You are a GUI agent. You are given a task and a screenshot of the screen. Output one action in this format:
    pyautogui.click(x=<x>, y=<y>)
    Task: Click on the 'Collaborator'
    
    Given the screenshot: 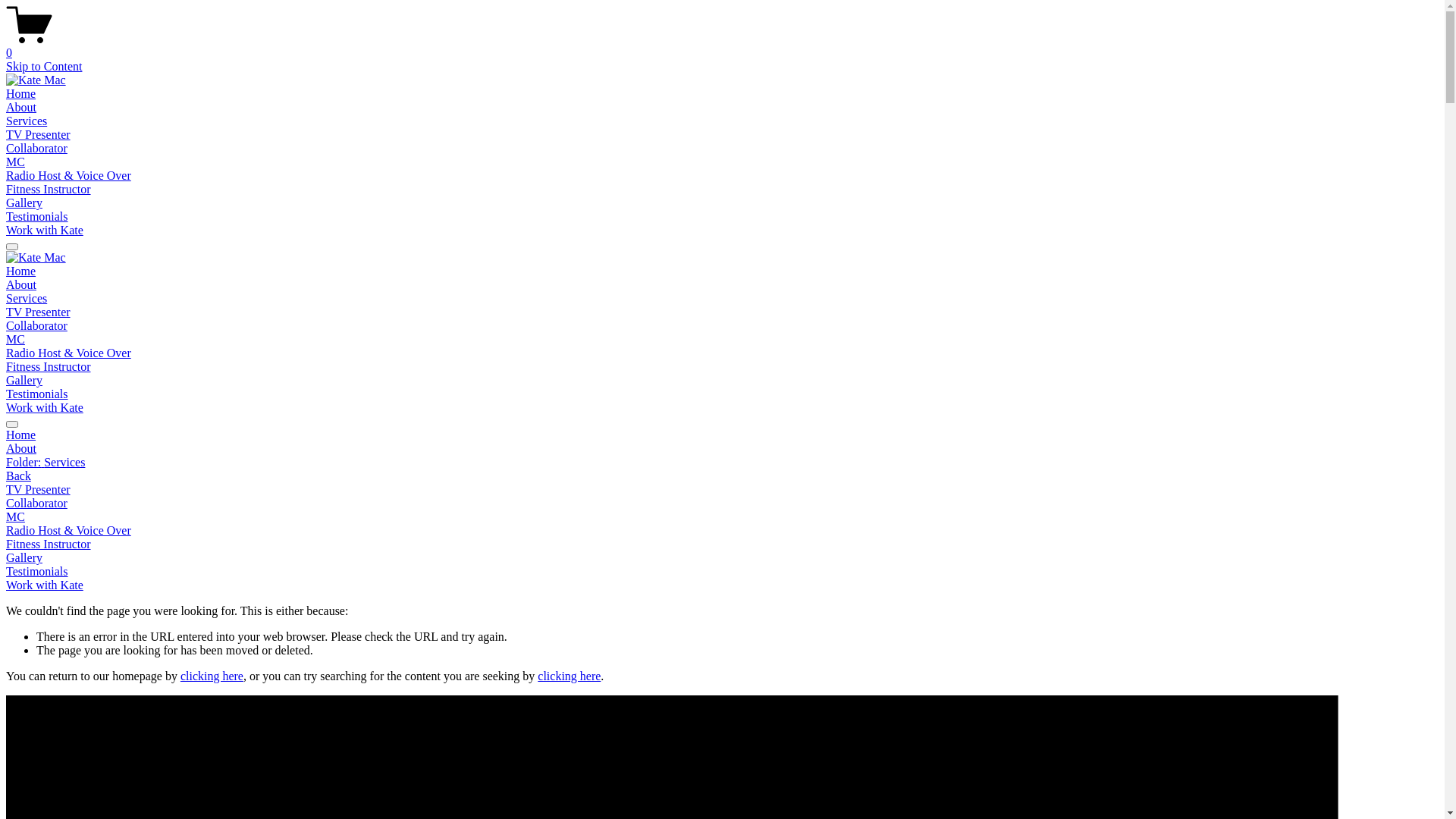 What is the action you would take?
    pyautogui.click(x=6, y=325)
    